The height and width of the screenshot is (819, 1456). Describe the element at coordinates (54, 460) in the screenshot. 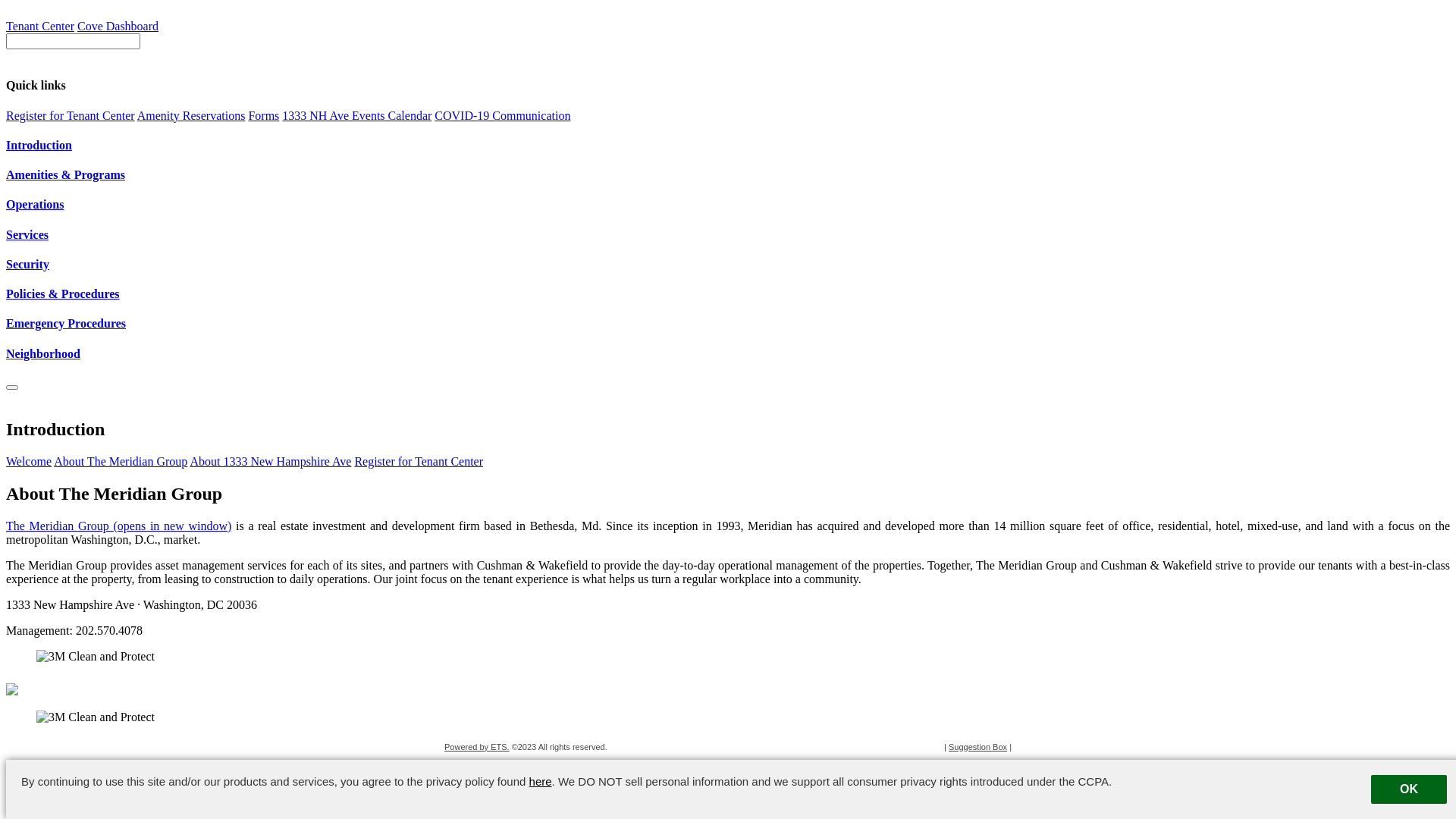

I see `'About The Meridian Group'` at that location.